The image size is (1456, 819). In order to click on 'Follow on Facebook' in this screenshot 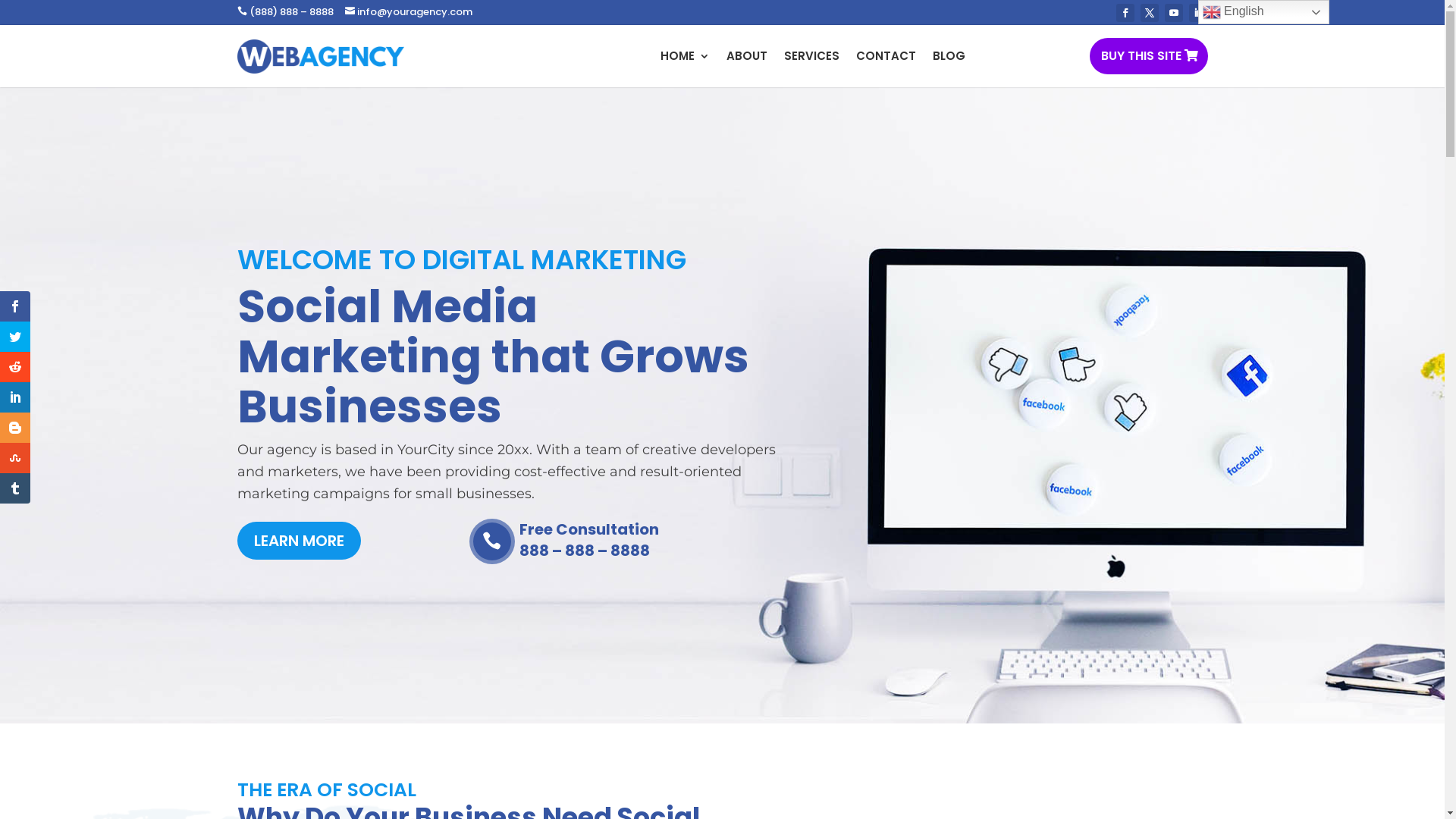, I will do `click(1116, 12)`.